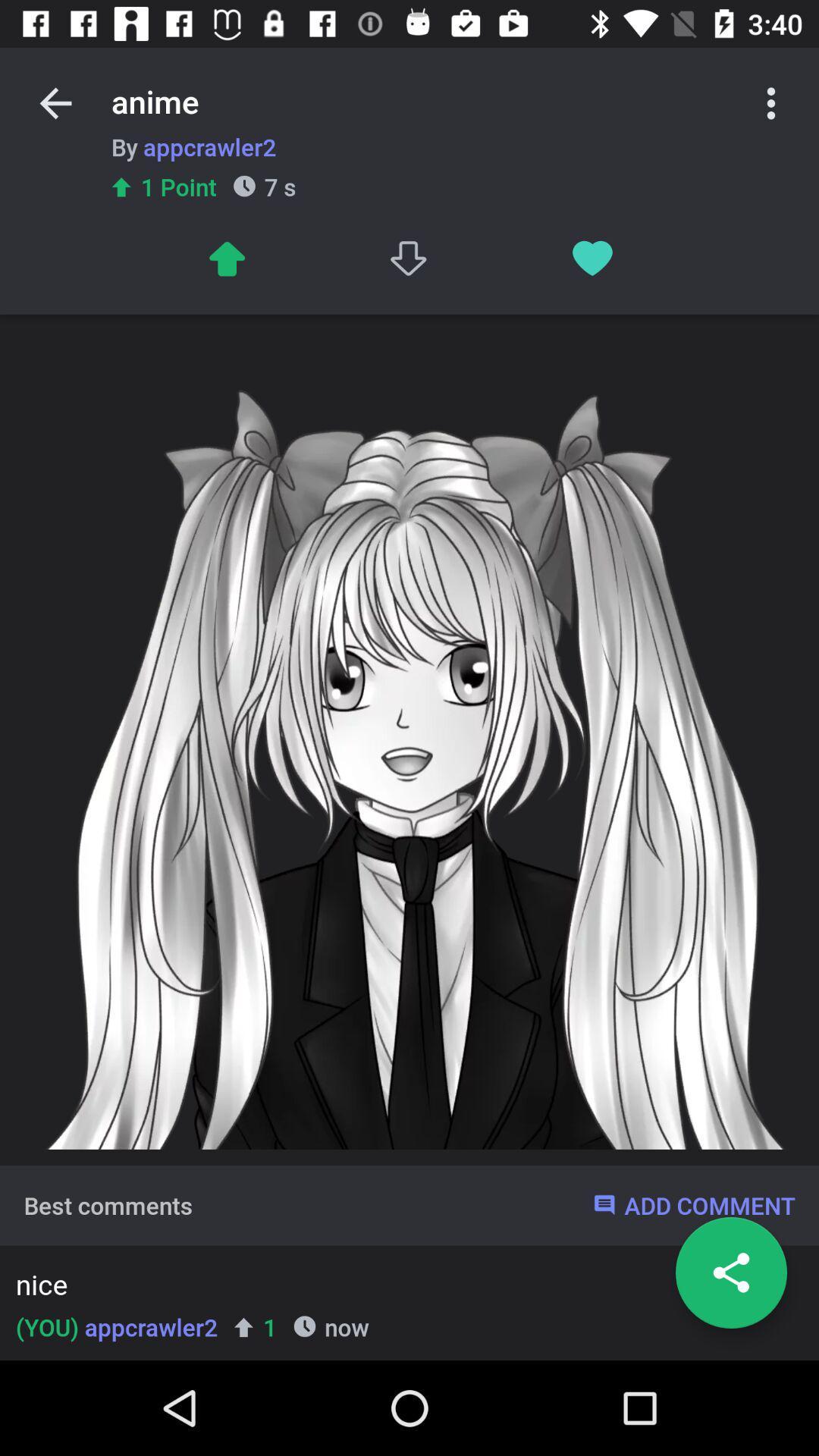  What do you see at coordinates (409, 259) in the screenshot?
I see `the arrow_downward icon` at bounding box center [409, 259].